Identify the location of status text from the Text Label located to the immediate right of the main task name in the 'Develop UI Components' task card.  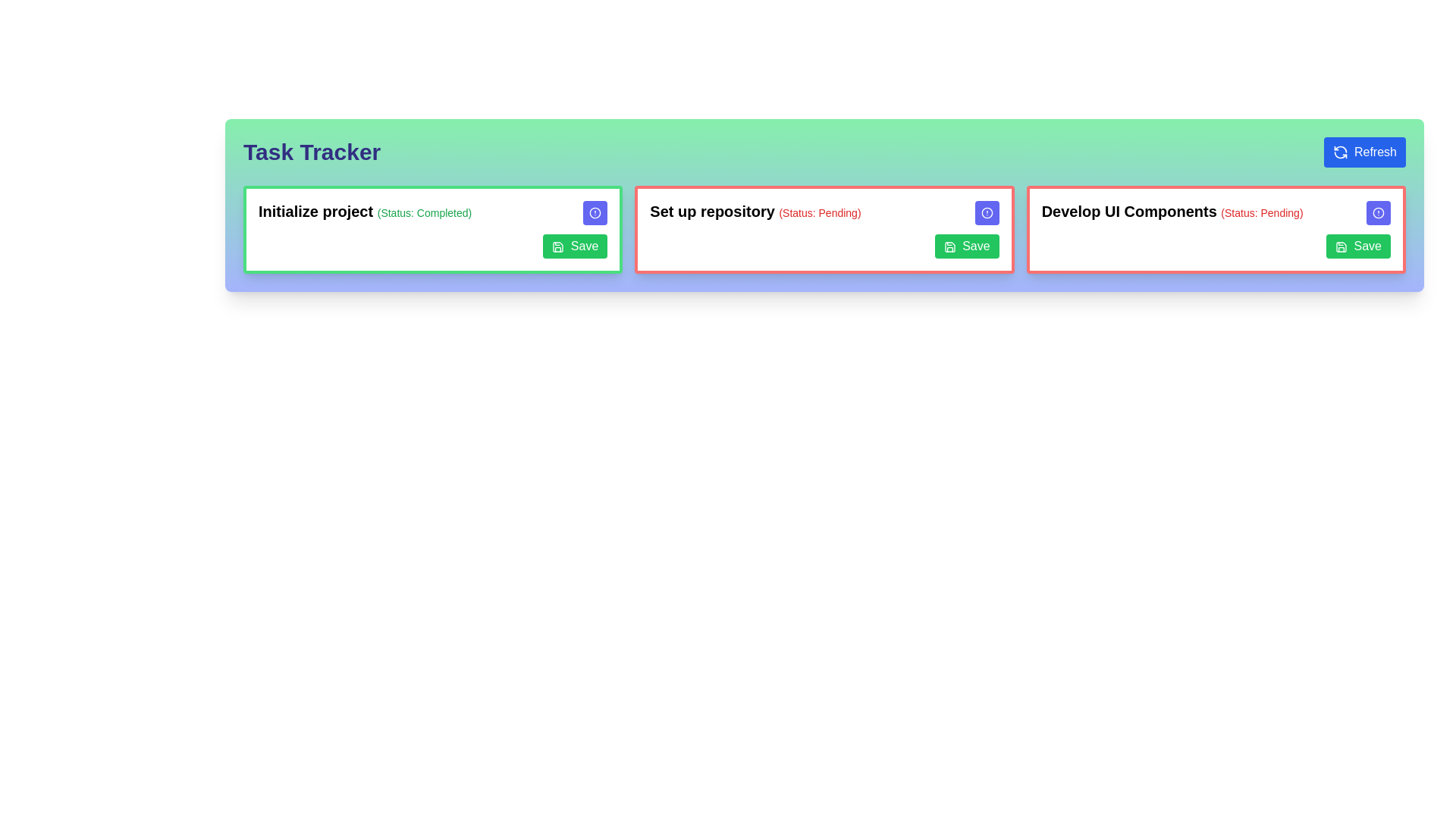
(1262, 213).